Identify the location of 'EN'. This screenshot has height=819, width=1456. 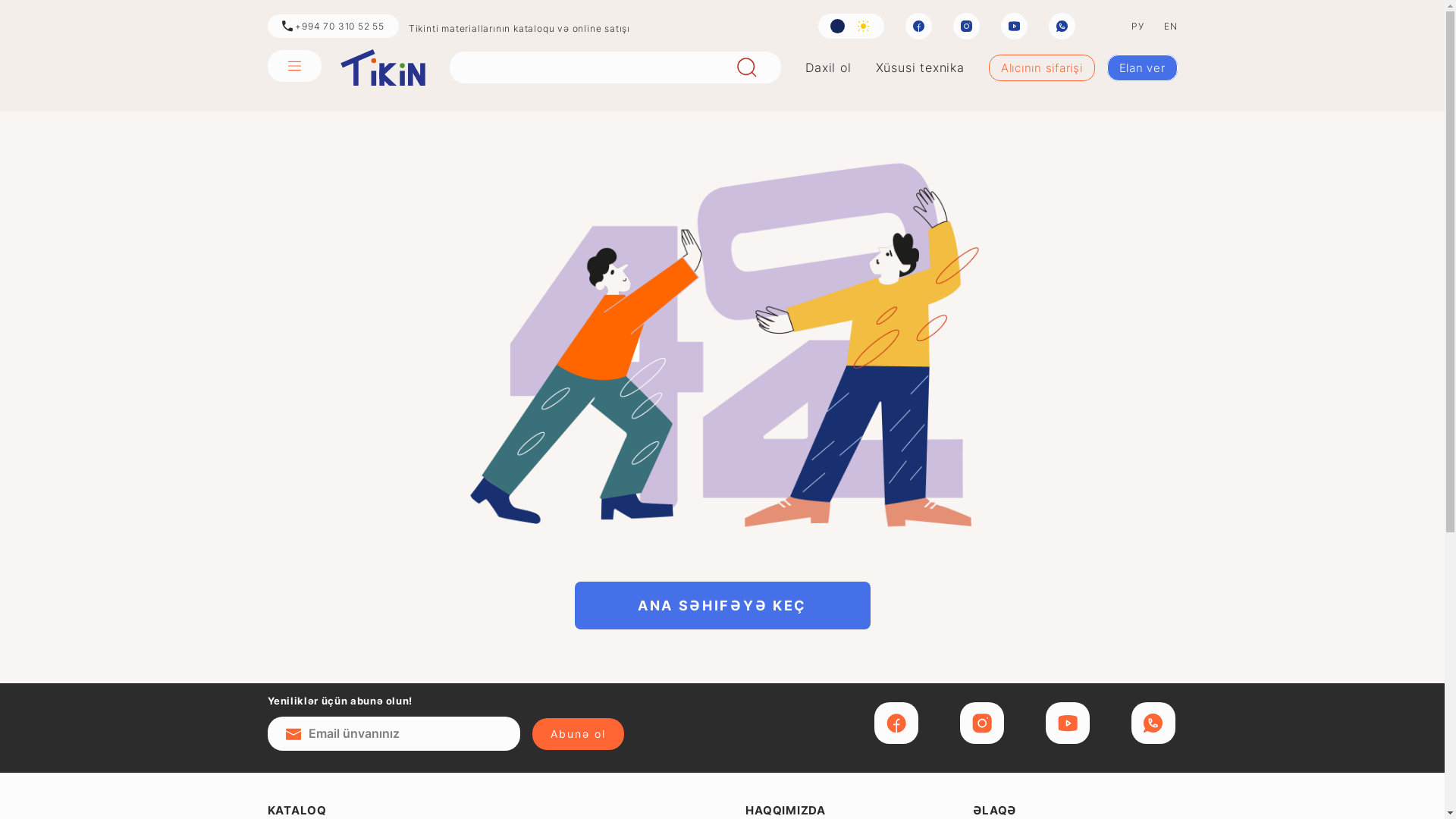
(1170, 26).